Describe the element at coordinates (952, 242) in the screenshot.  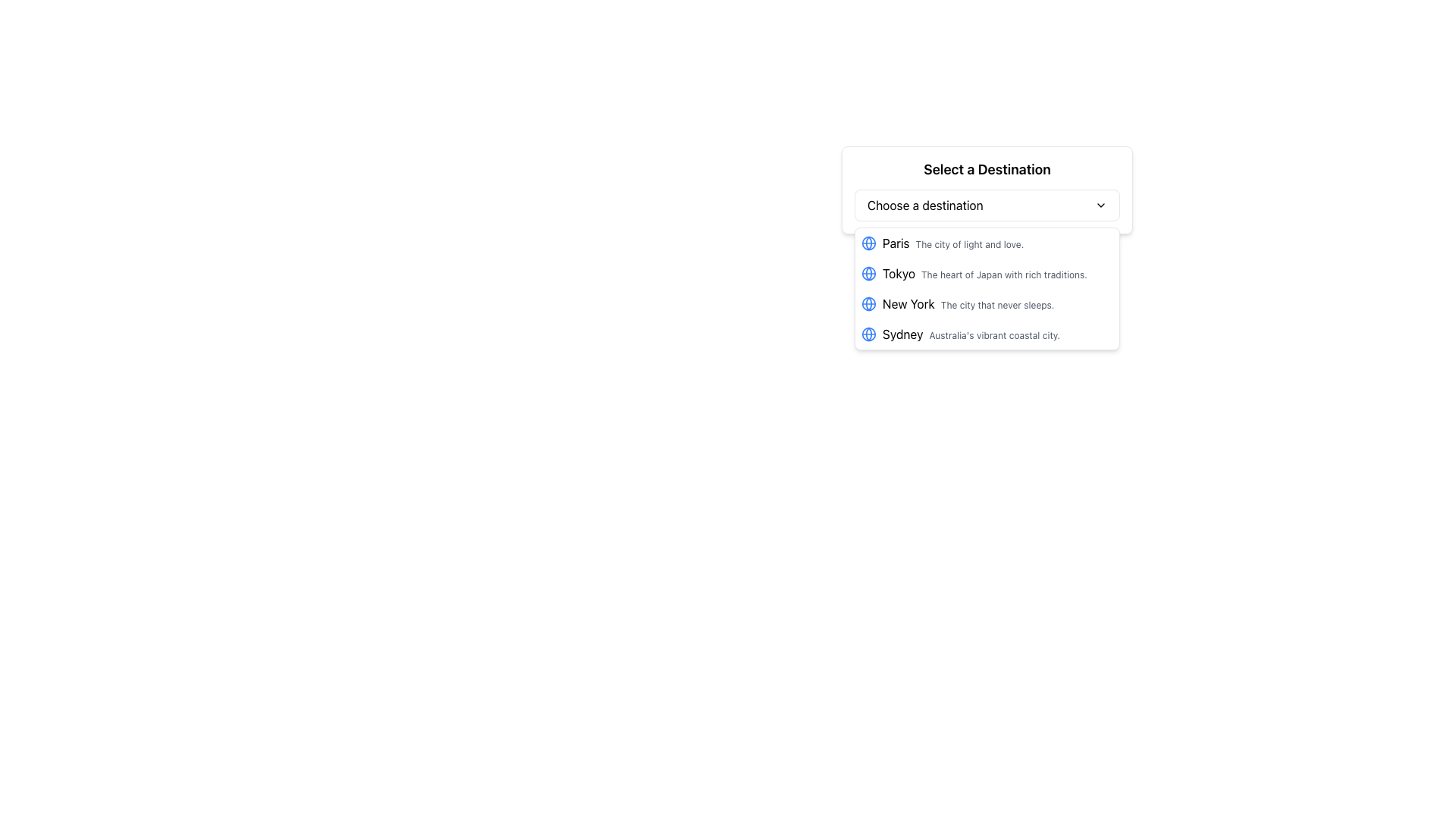
I see `the text label reading 'The city of light and love.' next to the bolded label 'Paris' in the dropdown menu titled 'Select a Destination.'` at that location.